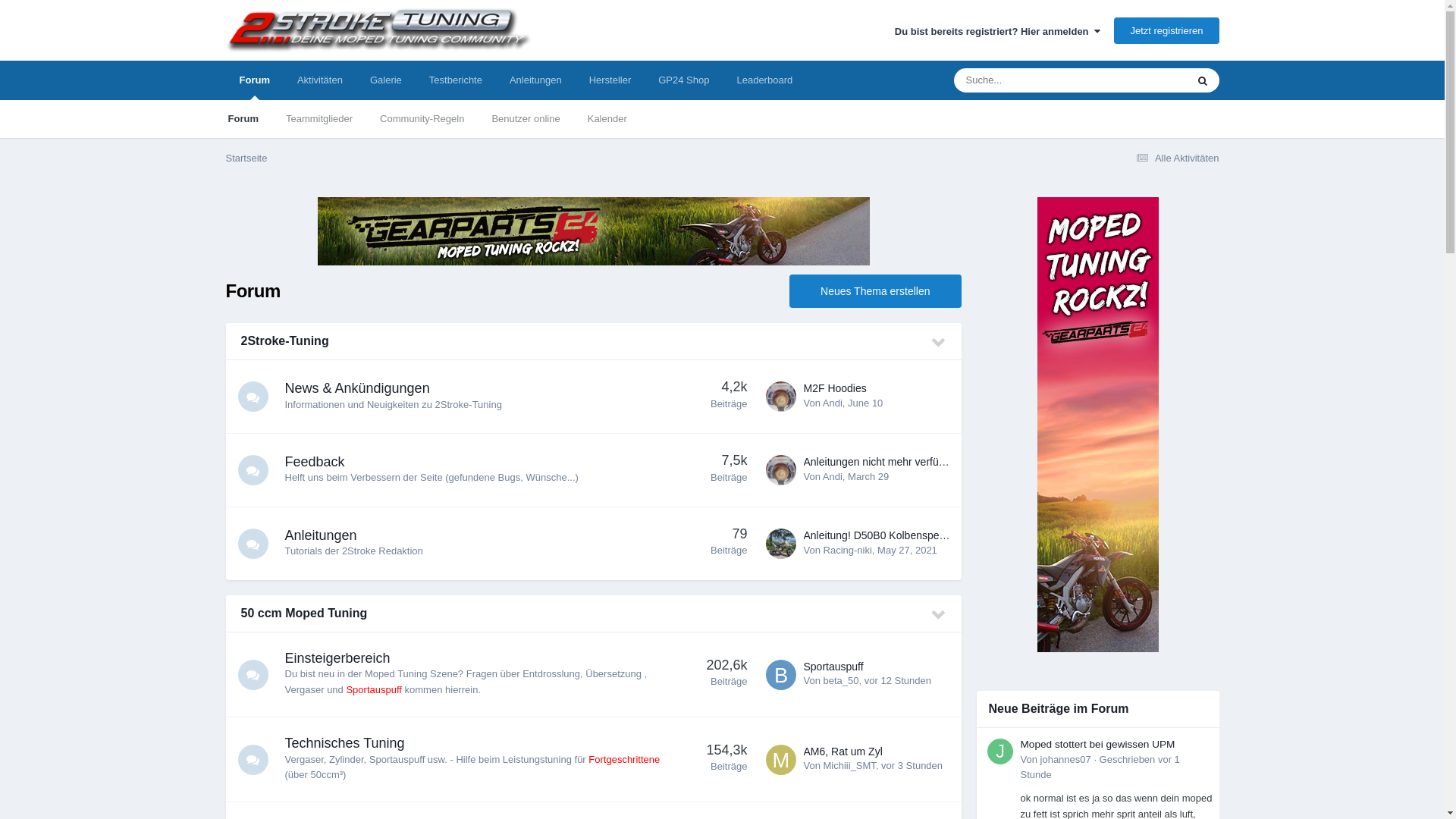 The width and height of the screenshot is (1456, 819). I want to click on 'GP24 Shop', so click(682, 80).